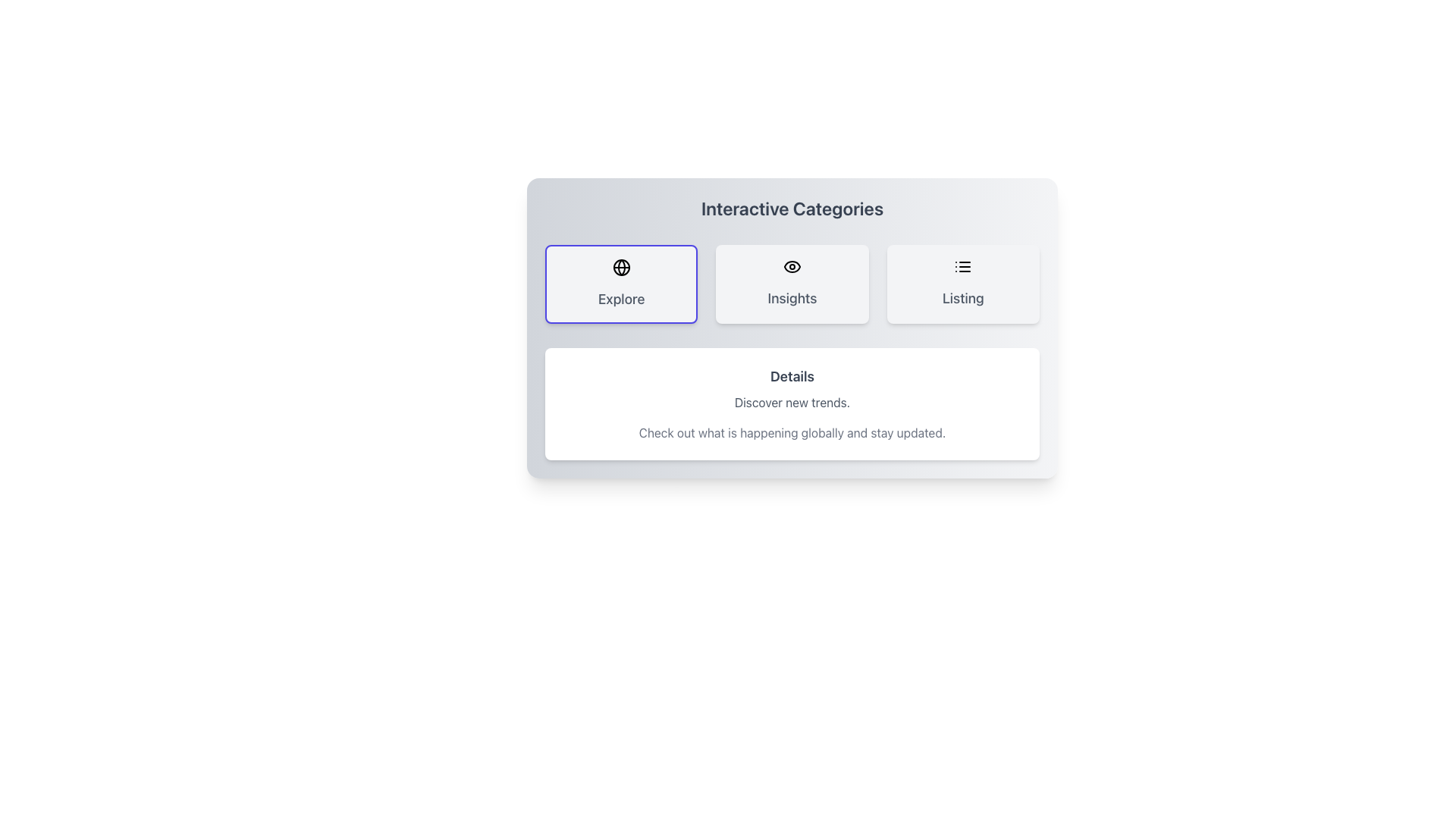 The width and height of the screenshot is (1456, 819). What do you see at coordinates (792, 432) in the screenshot?
I see `the informative Text element that encourages users to stay updated on global happenings, located below the 'Details' and 'Discover new trends' text lines` at bounding box center [792, 432].